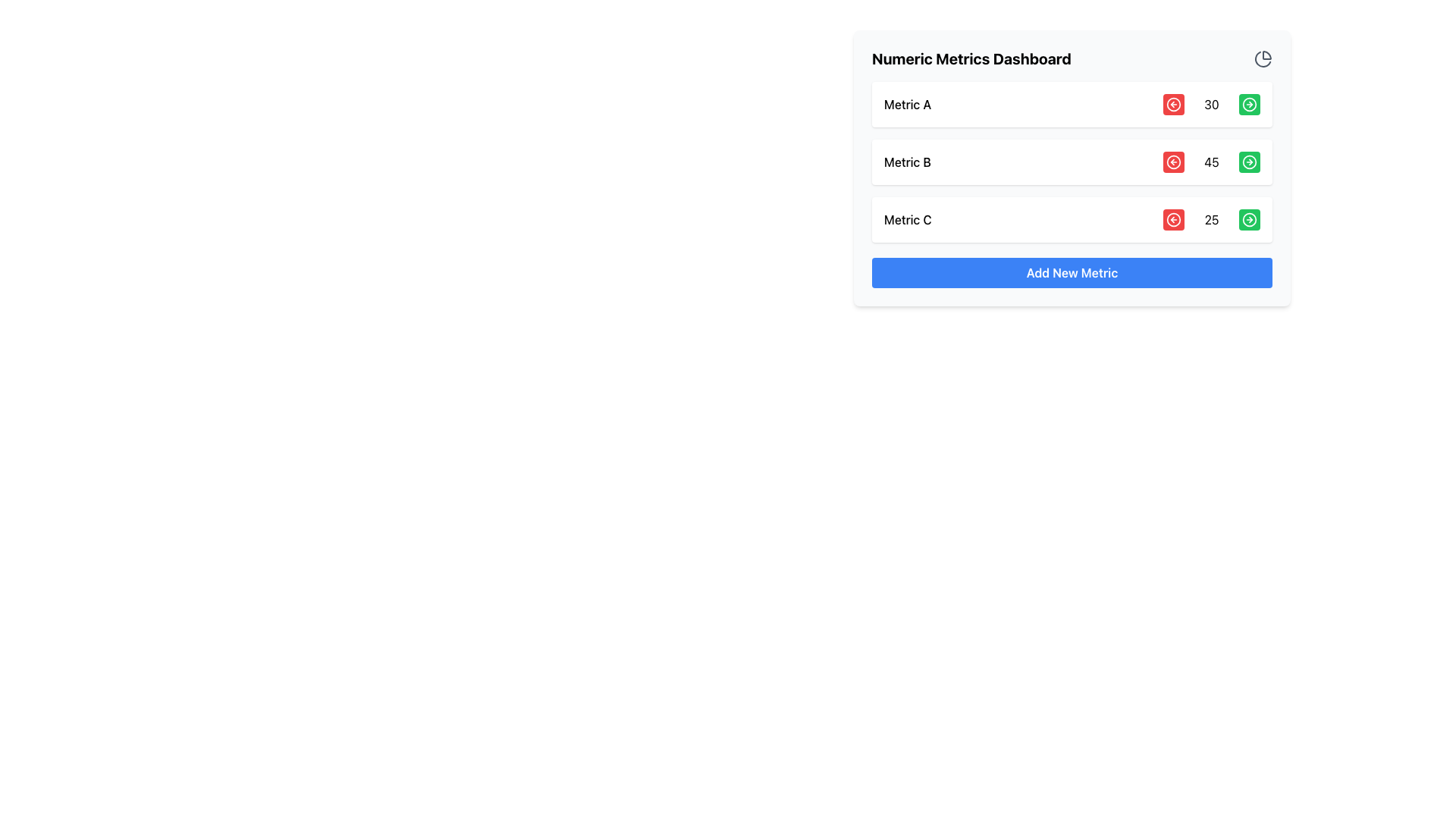  I want to click on the button located in the bottommost row of the metrics dashboard, to the right side of the text '25', which is part of the green icon group, so click(1249, 219).